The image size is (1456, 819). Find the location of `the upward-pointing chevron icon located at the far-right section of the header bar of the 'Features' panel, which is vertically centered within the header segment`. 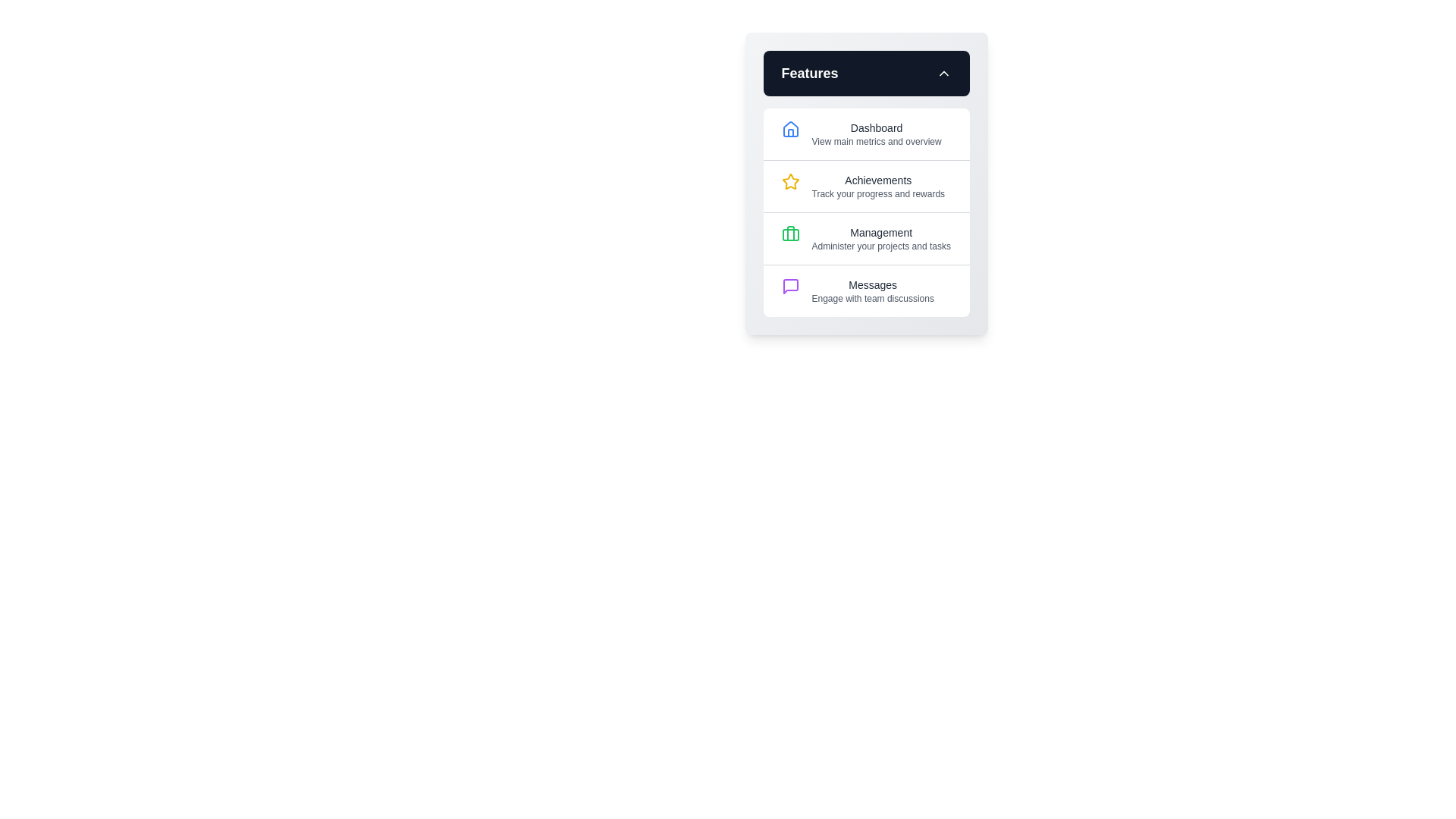

the upward-pointing chevron icon located at the far-right section of the header bar of the 'Features' panel, which is vertically centered within the header segment is located at coordinates (943, 73).